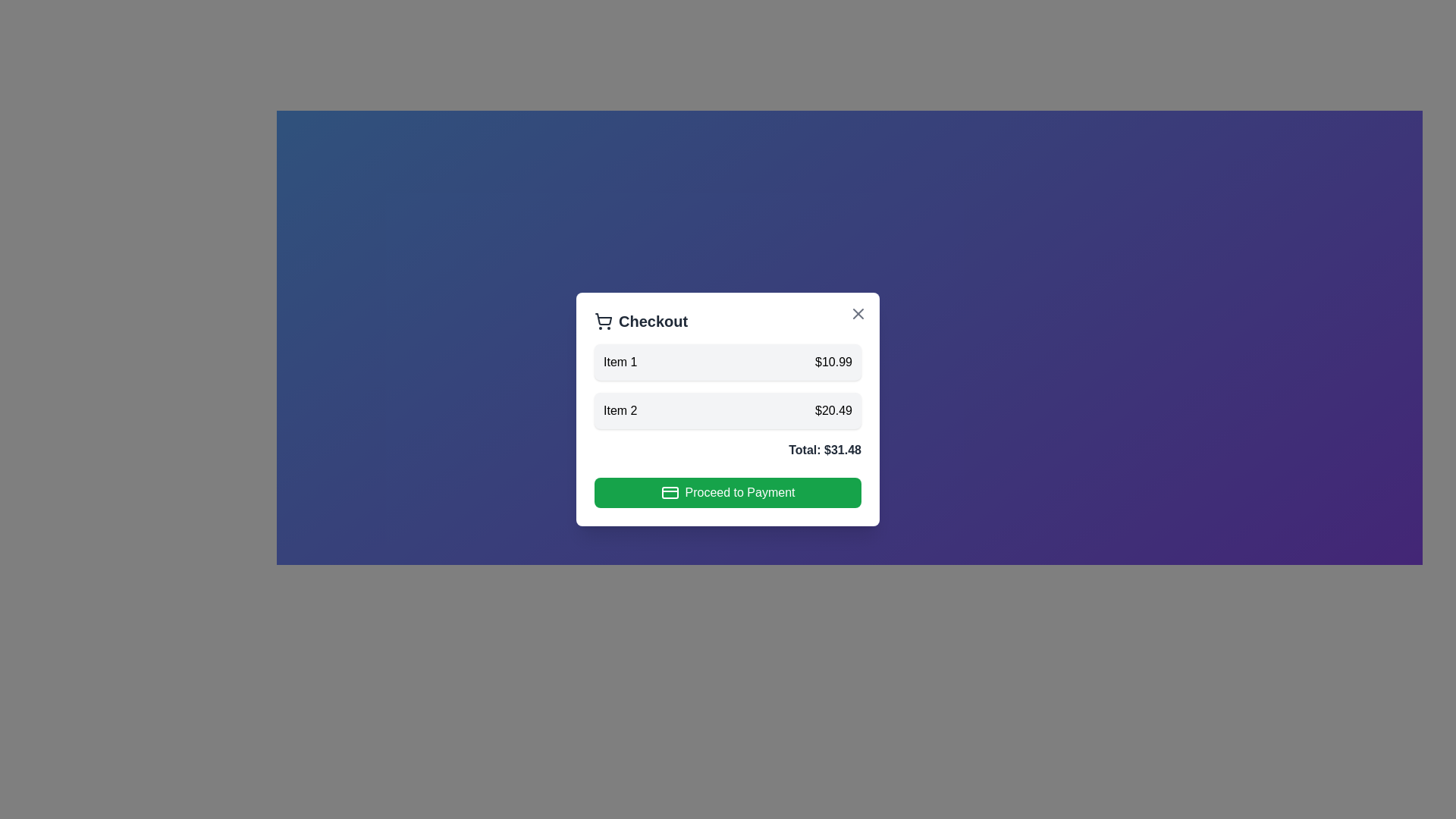 This screenshot has height=819, width=1456. I want to click on the close button located in the top-right corner of the modal to change its color, so click(858, 312).